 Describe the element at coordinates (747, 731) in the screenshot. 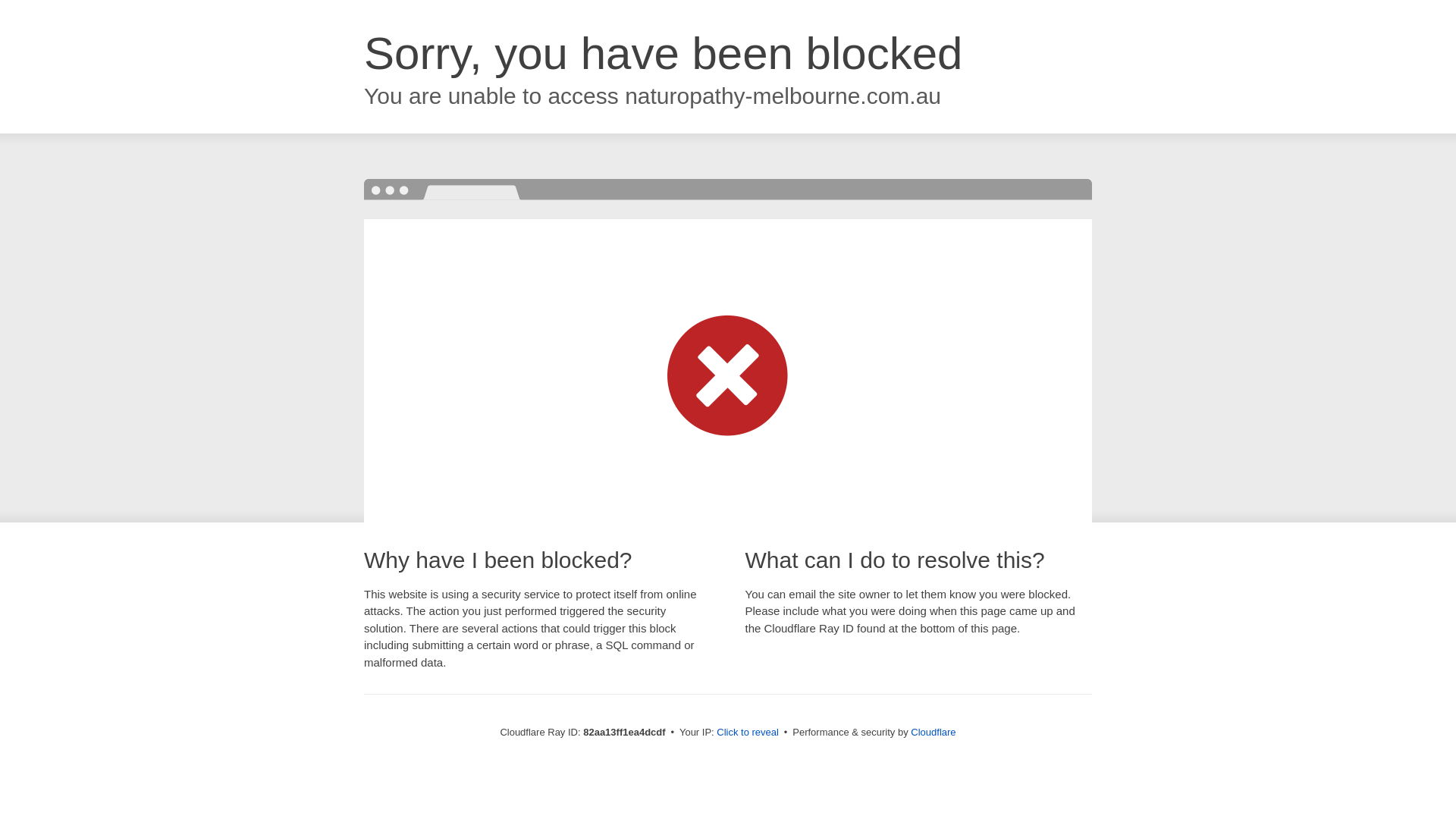

I see `'Click to reveal'` at that location.